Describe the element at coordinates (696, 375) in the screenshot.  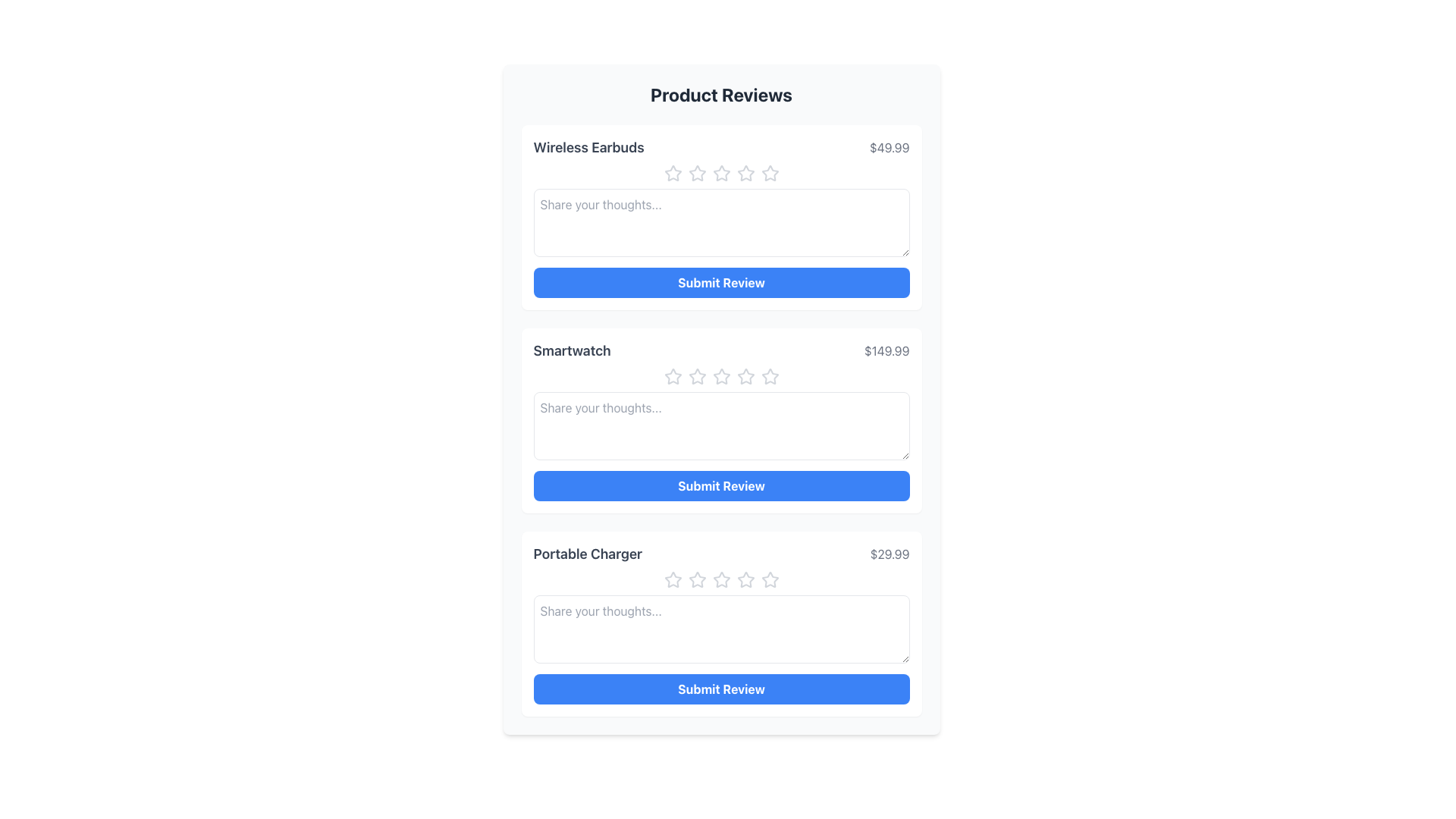
I see `the second star icon from the left in the five-star rating control for the 'Smartwatch' product` at that location.